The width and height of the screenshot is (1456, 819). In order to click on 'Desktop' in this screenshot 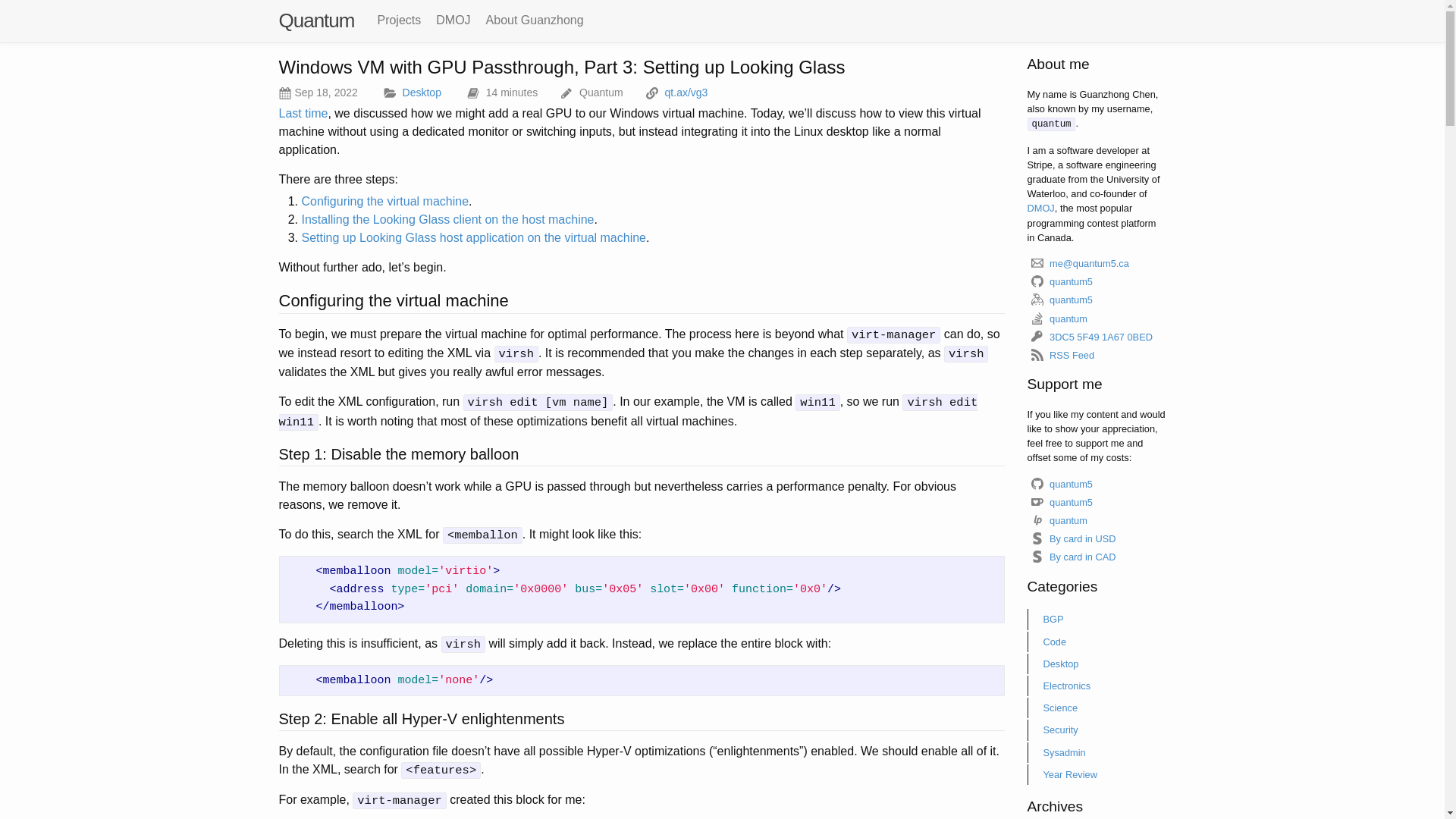, I will do `click(422, 93)`.